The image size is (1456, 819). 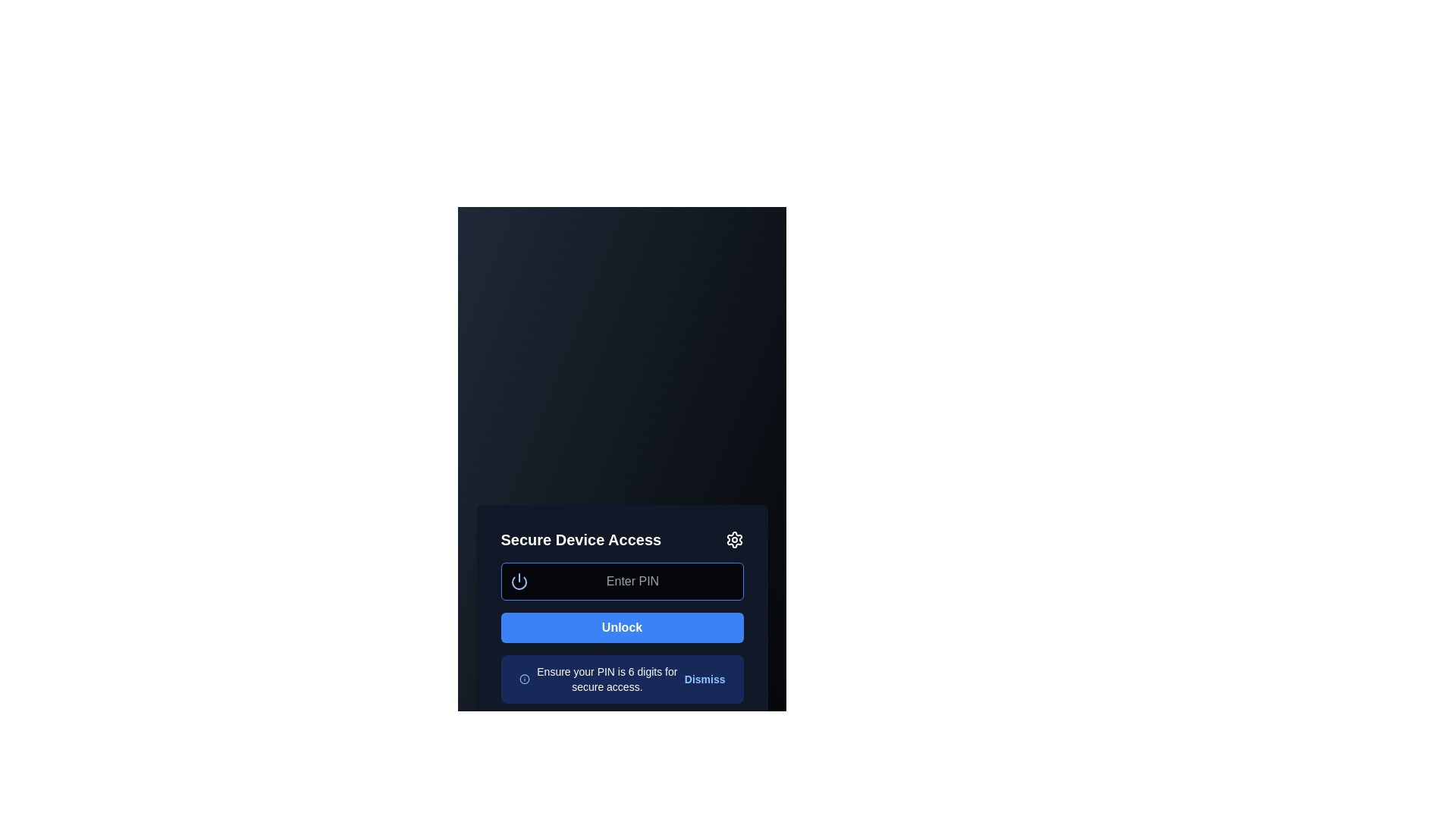 What do you see at coordinates (622, 628) in the screenshot?
I see `the 'Unlock' button with white text on a blue background, located centrally below the PIN text field in the 'Secure Device Access' section` at bounding box center [622, 628].